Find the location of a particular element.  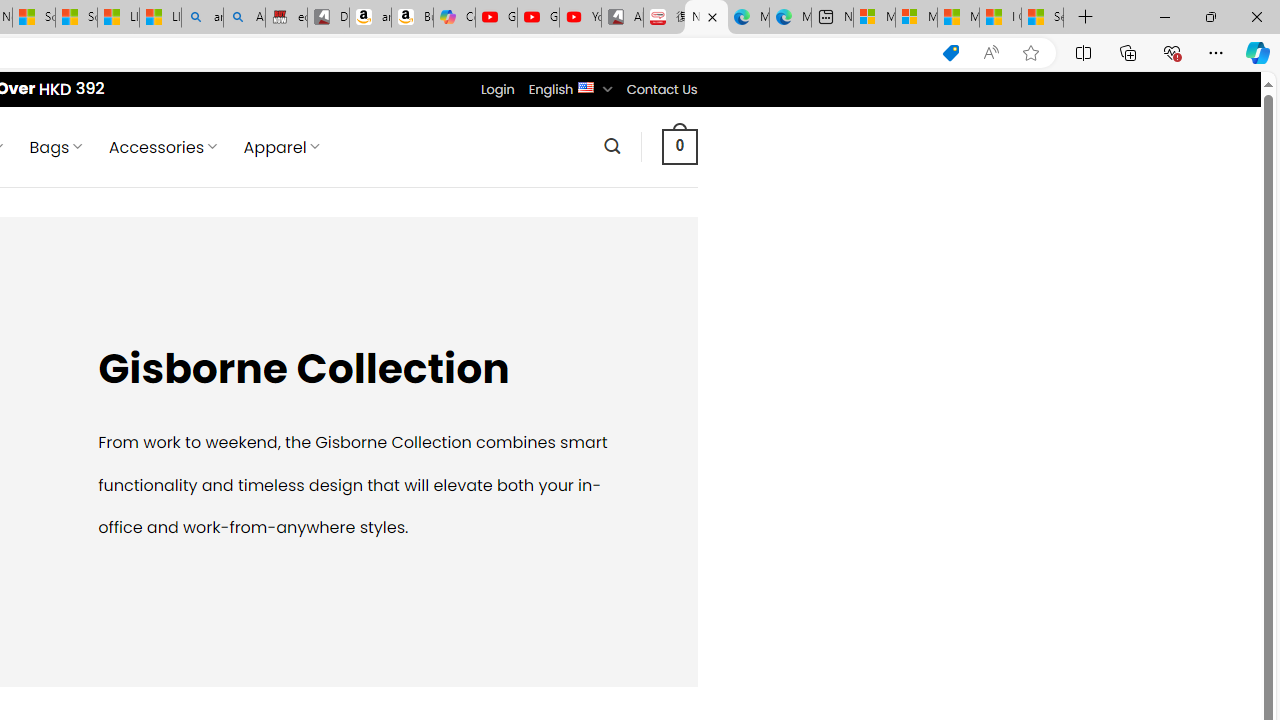

'Nordace - Gisborne Collection' is located at coordinates (706, 17).